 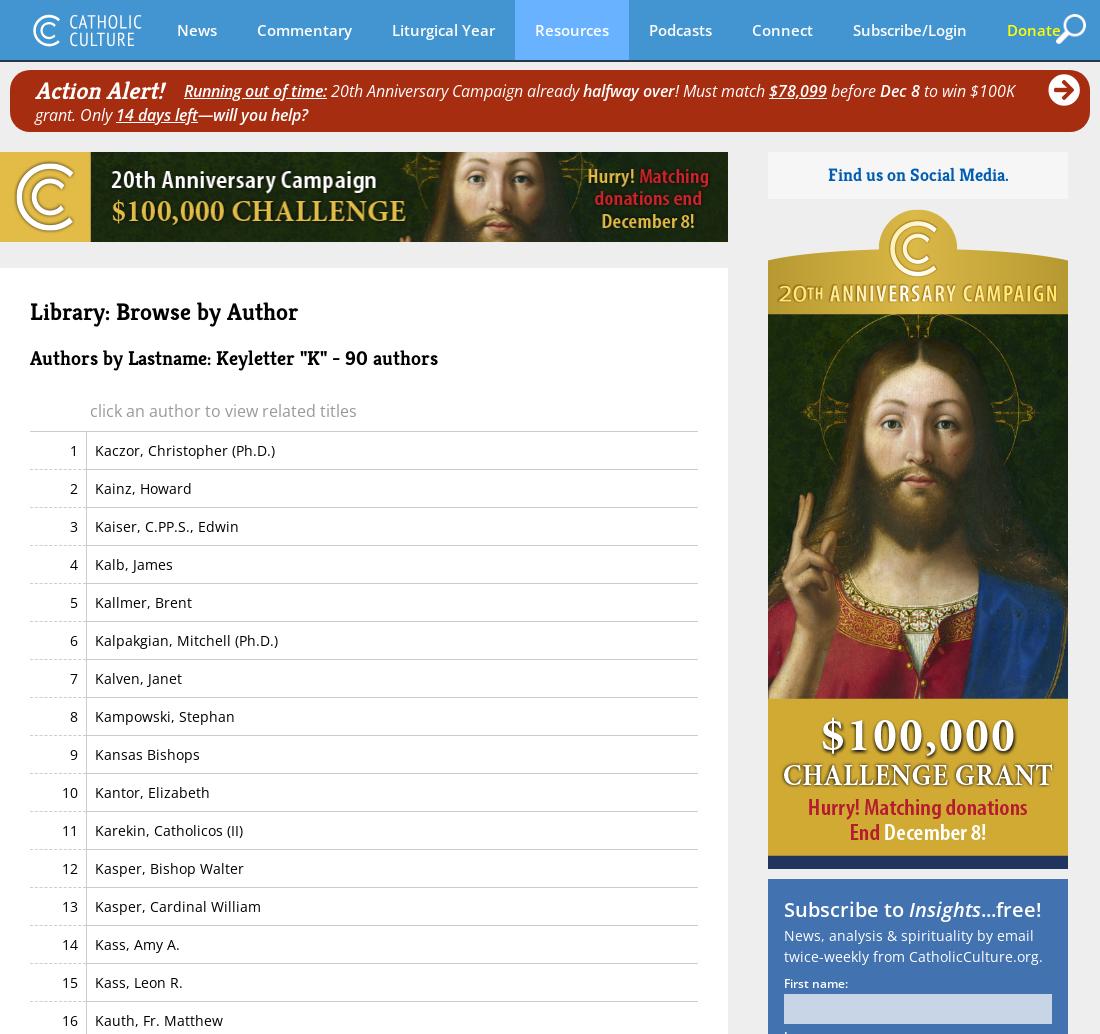 What do you see at coordinates (74, 639) in the screenshot?
I see `'6'` at bounding box center [74, 639].